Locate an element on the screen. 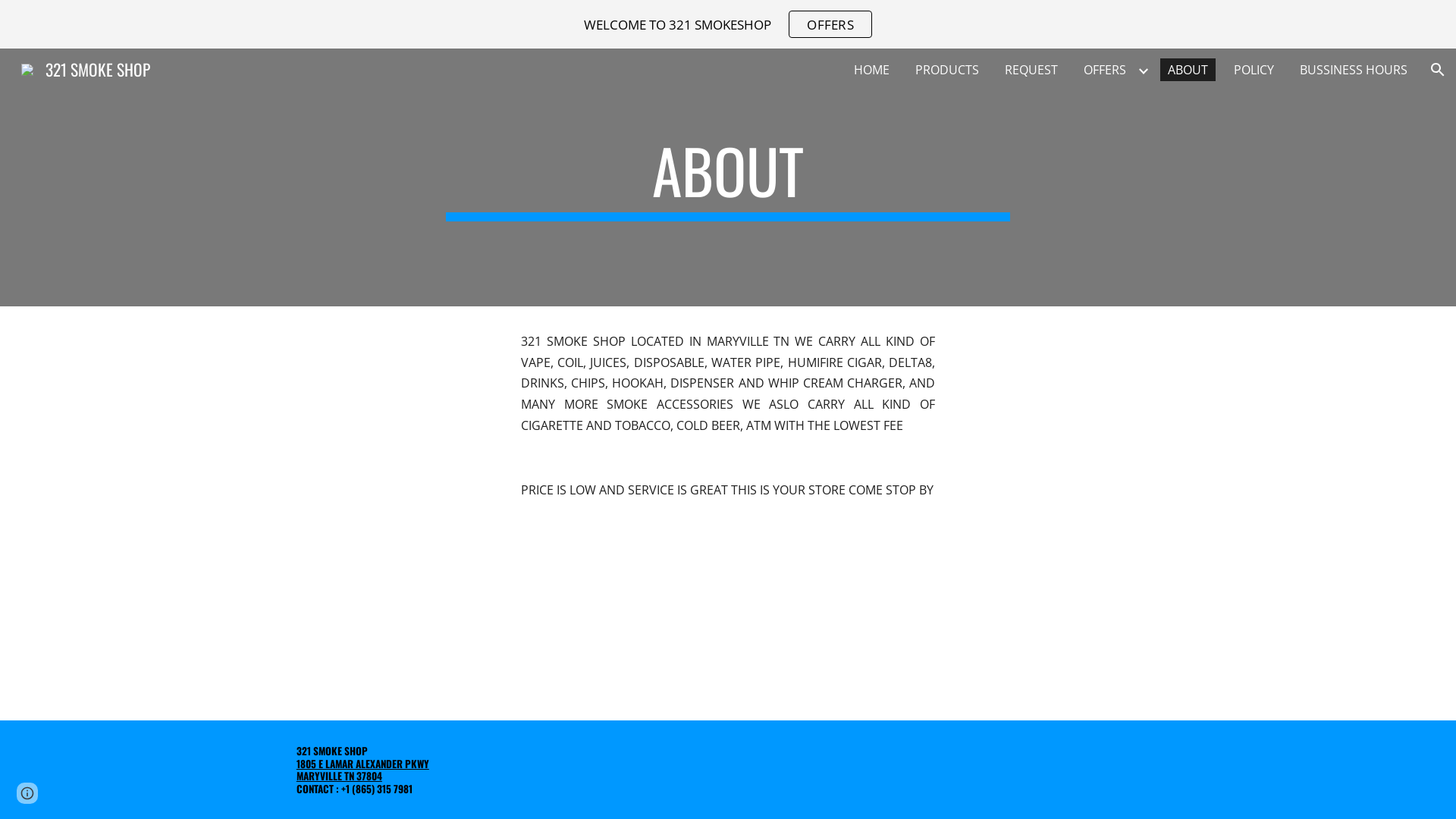 This screenshot has height=819, width=1456. 'PRODUCTS' is located at coordinates (946, 70).